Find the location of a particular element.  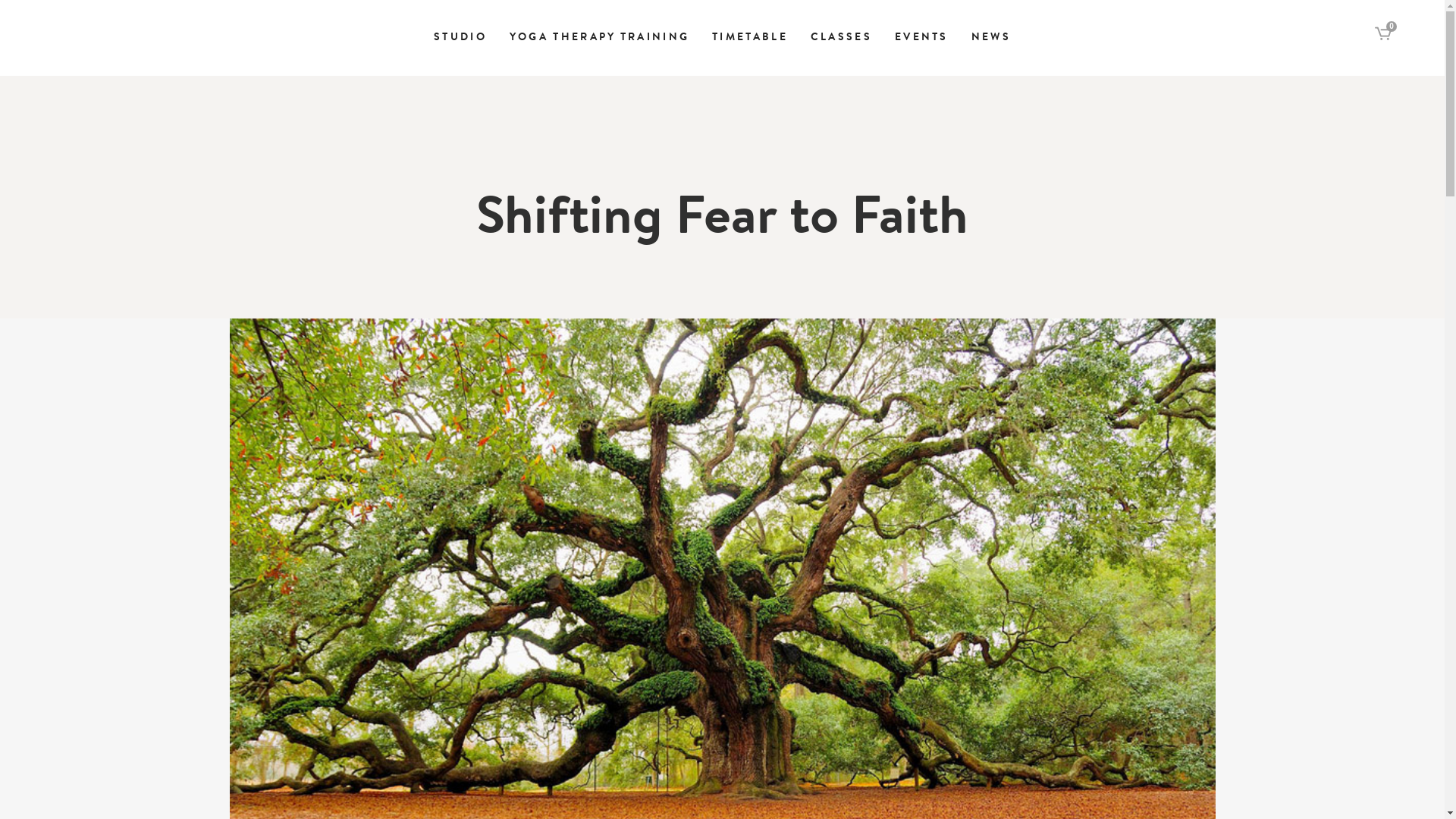

'EVENTS' is located at coordinates (921, 37).